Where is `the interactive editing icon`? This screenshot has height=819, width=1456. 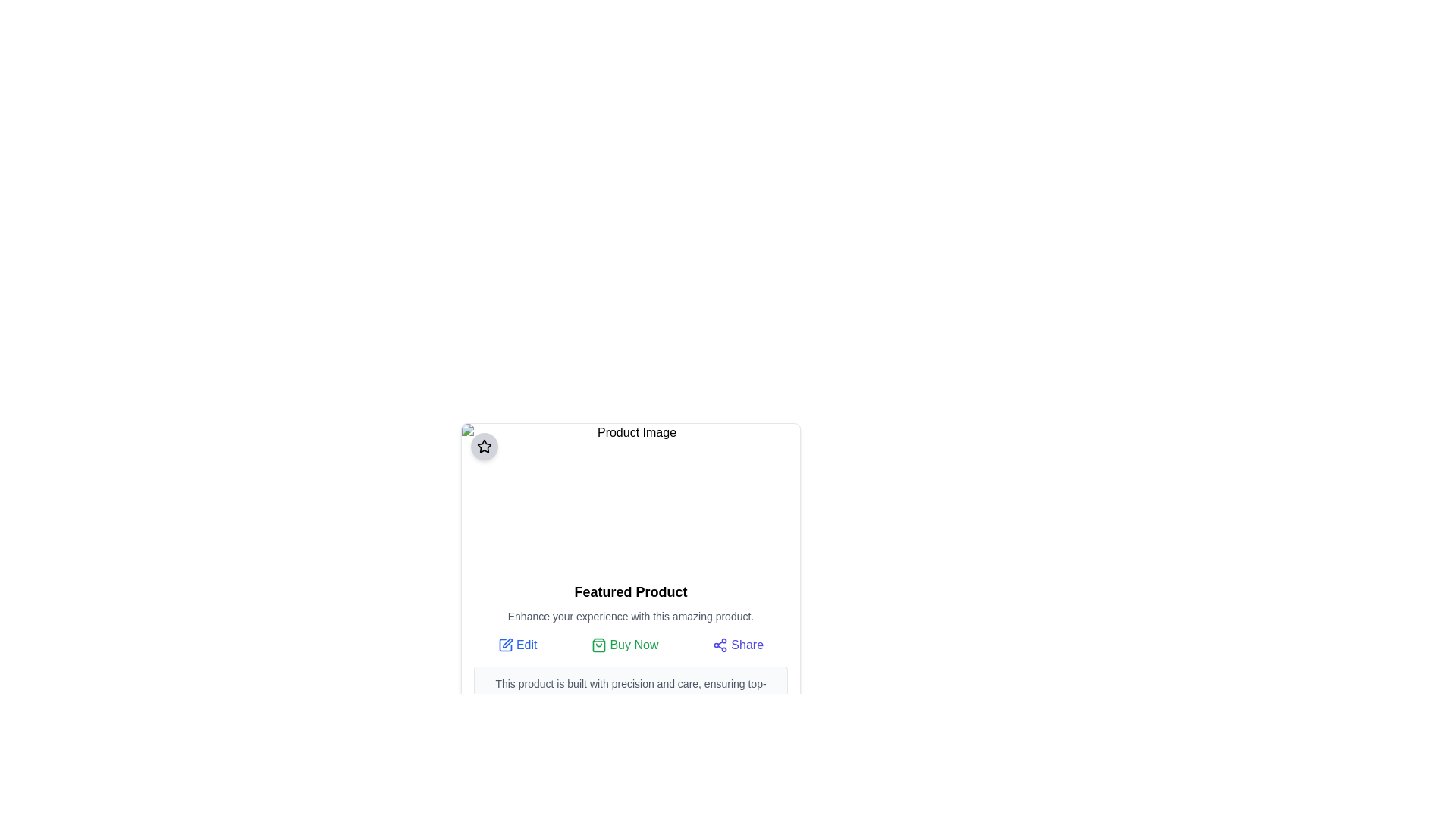
the interactive editing icon is located at coordinates (507, 643).